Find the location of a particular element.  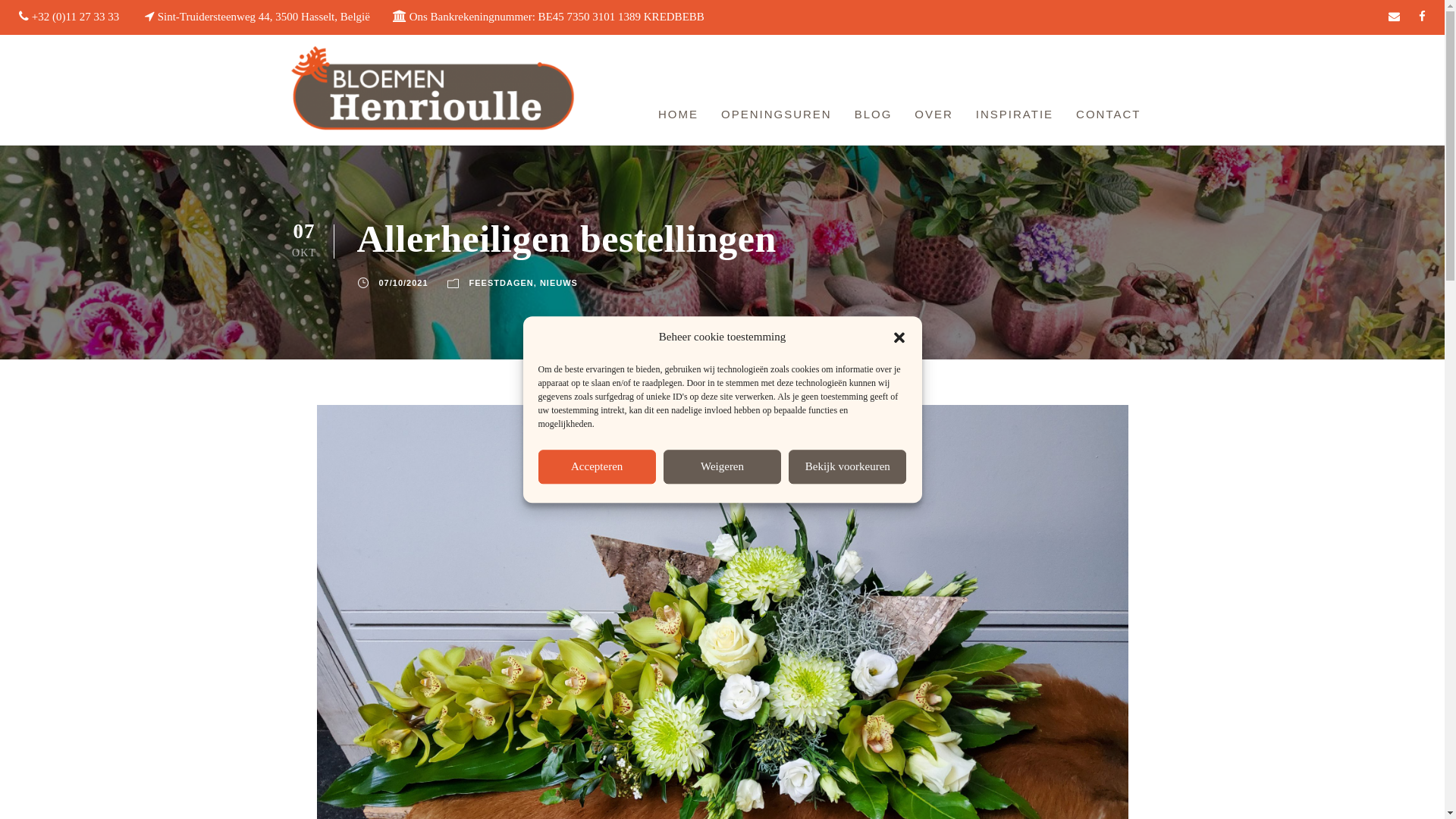

'OPENINGSUREN' is located at coordinates (776, 116).